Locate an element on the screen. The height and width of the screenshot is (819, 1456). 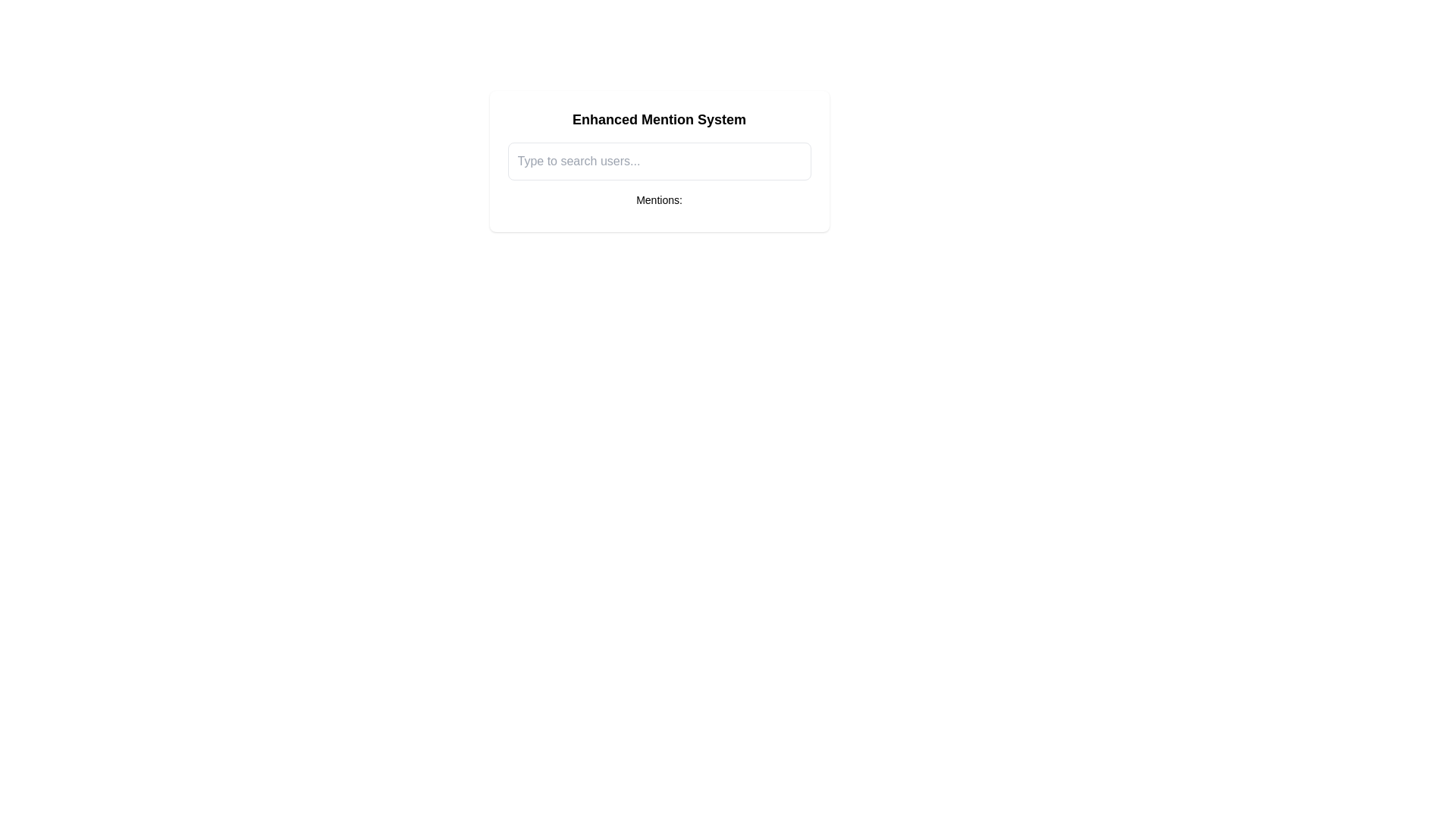
the text label stating 'Mentions:' which is styled with medium font weight and smaller font size, positioned under the search input field in the Enhanced Mention System section is located at coordinates (659, 202).